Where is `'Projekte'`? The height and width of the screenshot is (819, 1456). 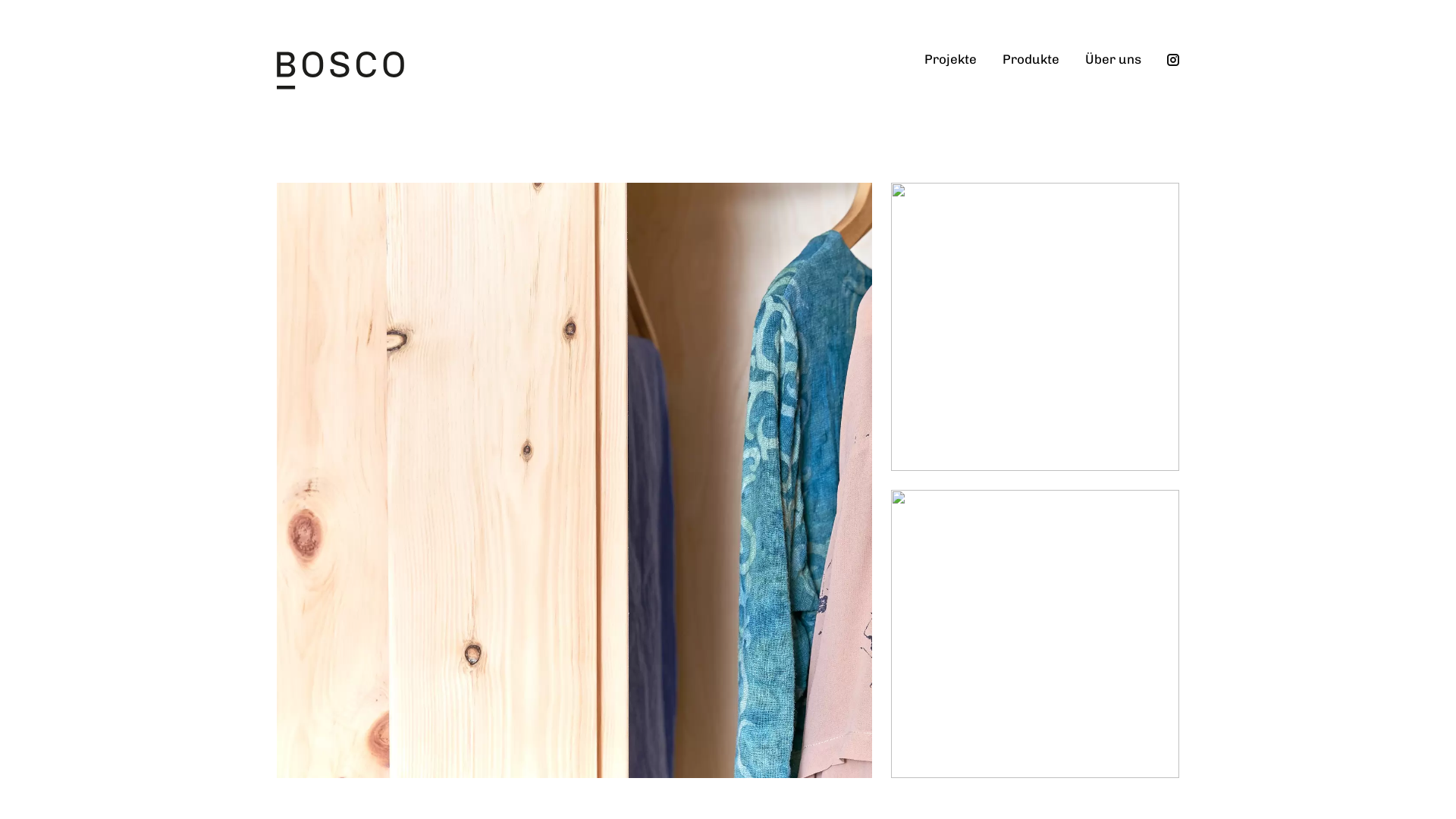 'Projekte' is located at coordinates (949, 72).